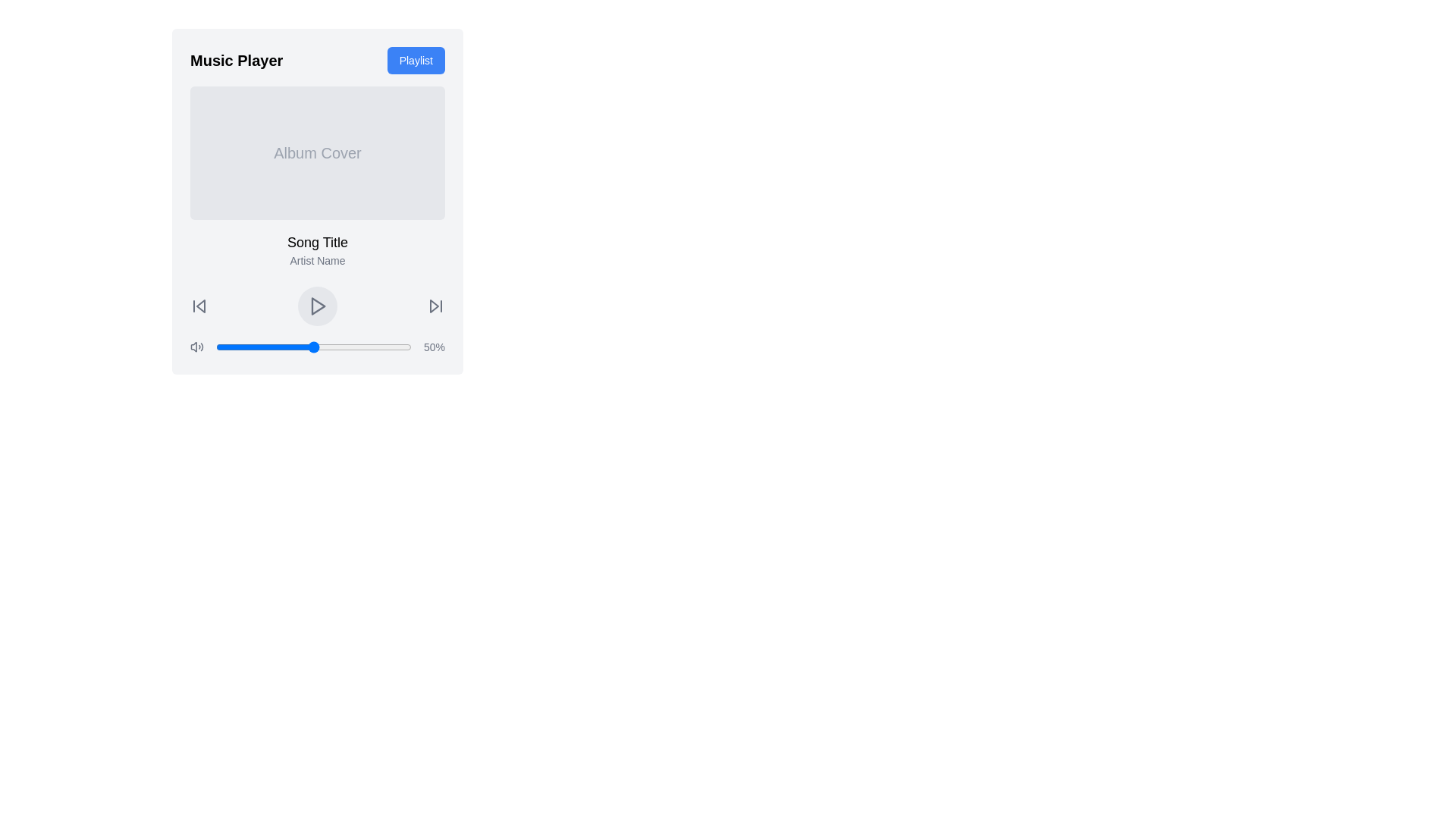 The image size is (1456, 819). Describe the element at coordinates (316, 242) in the screenshot. I see `the text label displaying 'Song Title' that is prominently located near the upper-middle section of the media player interface` at that location.